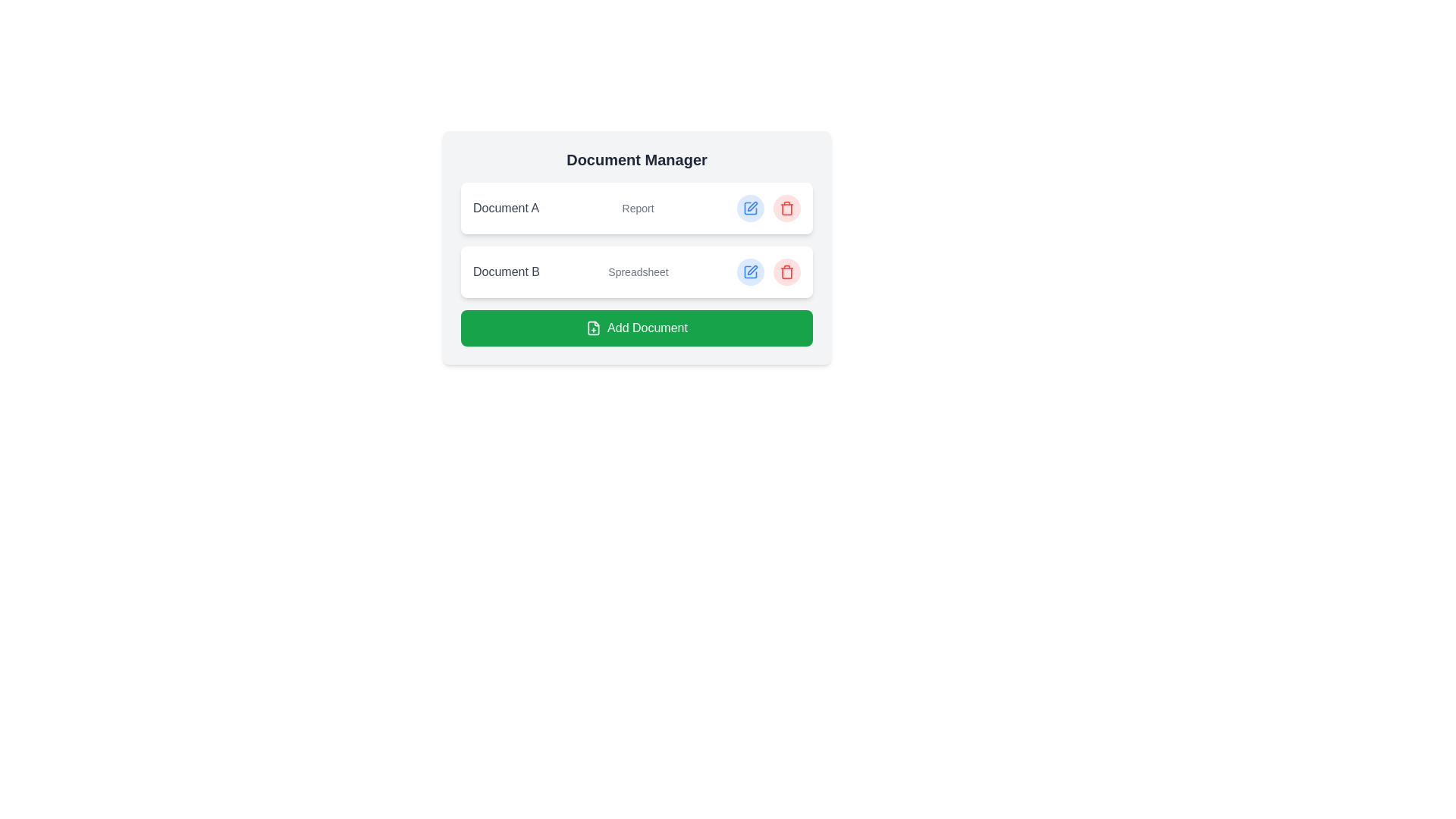  What do you see at coordinates (750, 271) in the screenshot?
I see `the edit icon located in the row labeled 'Document B' to initiate editing actions` at bounding box center [750, 271].